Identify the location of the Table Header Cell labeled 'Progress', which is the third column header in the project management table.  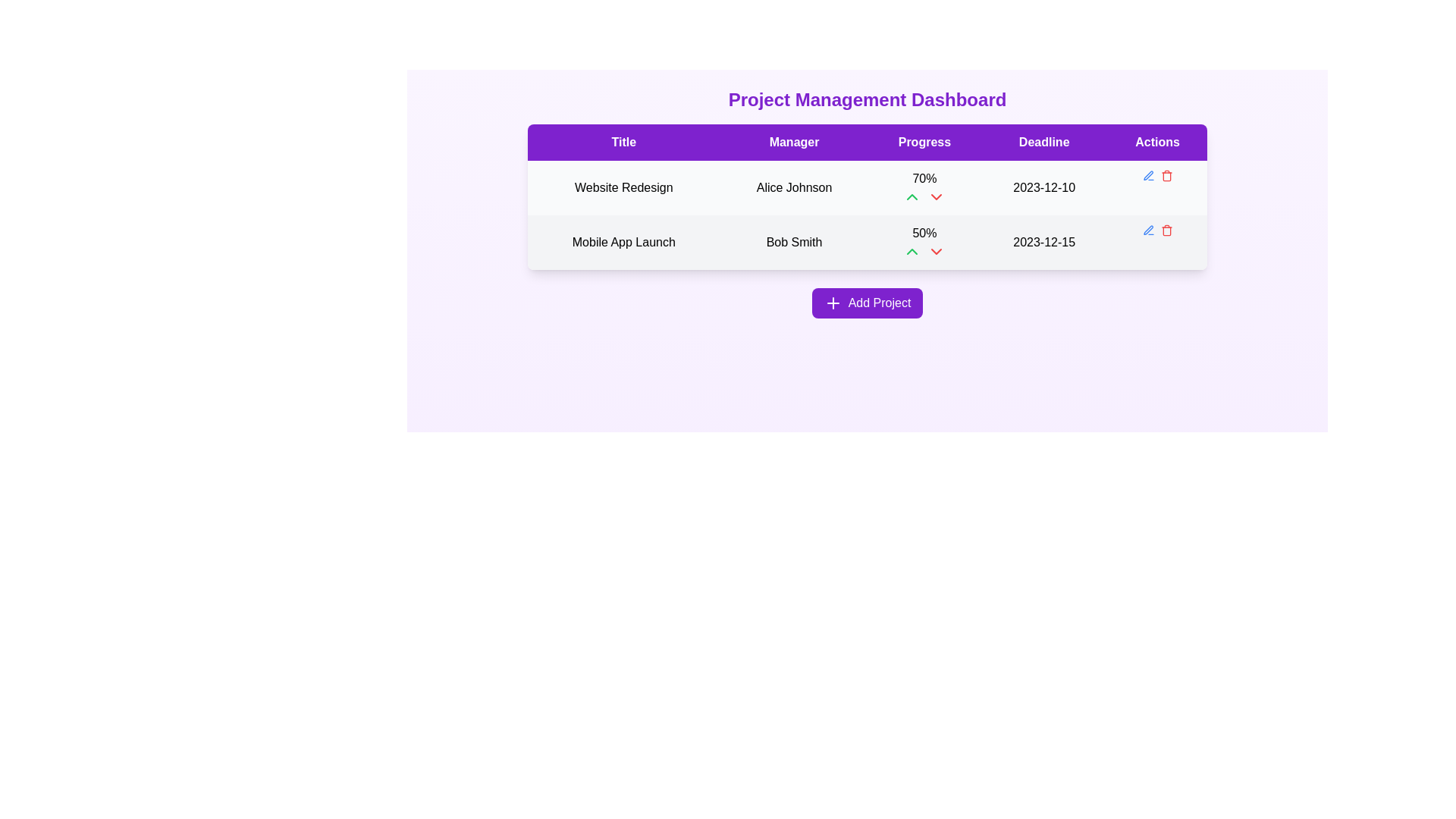
(924, 143).